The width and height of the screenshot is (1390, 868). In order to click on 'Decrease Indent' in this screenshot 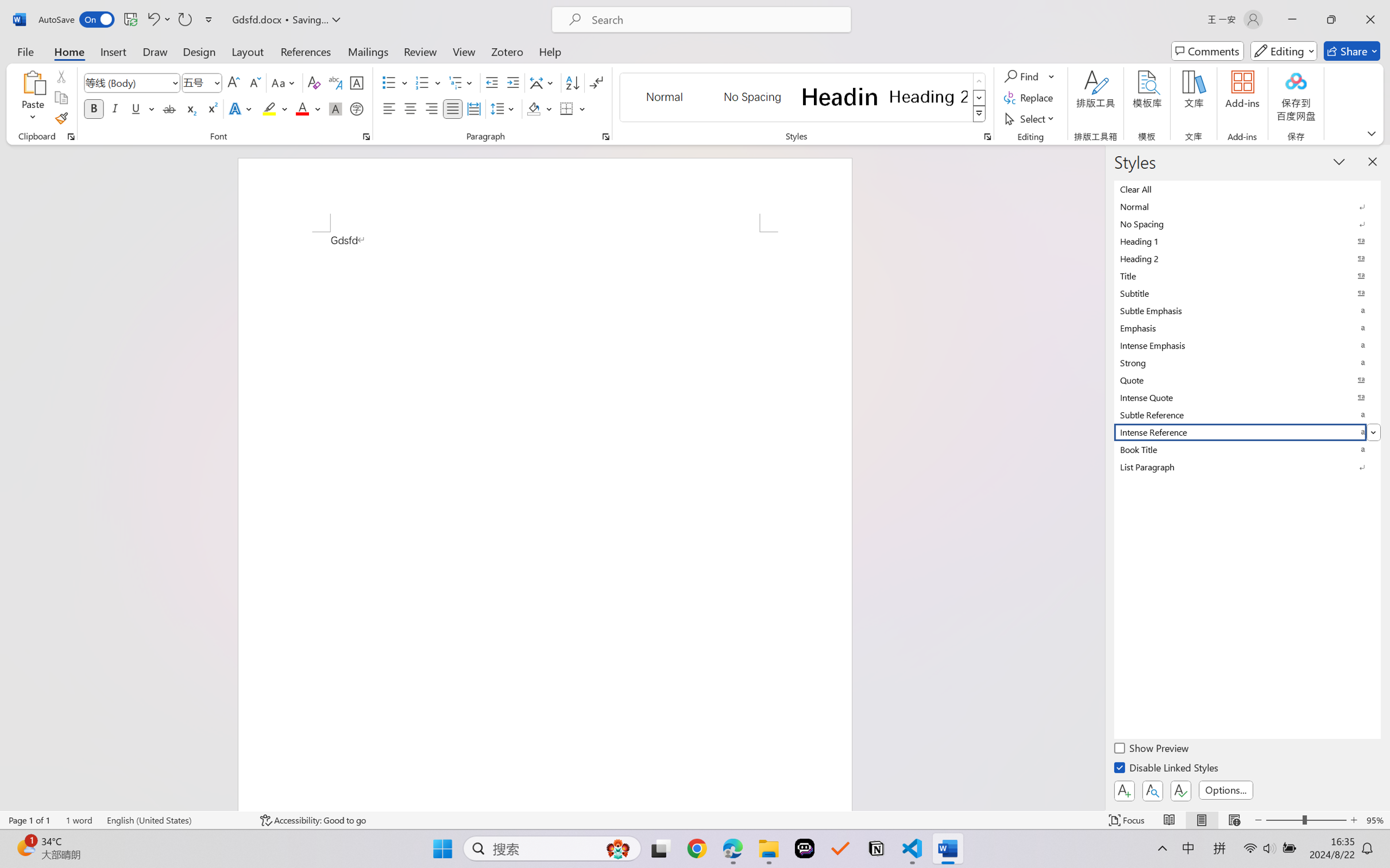, I will do `click(492, 83)`.